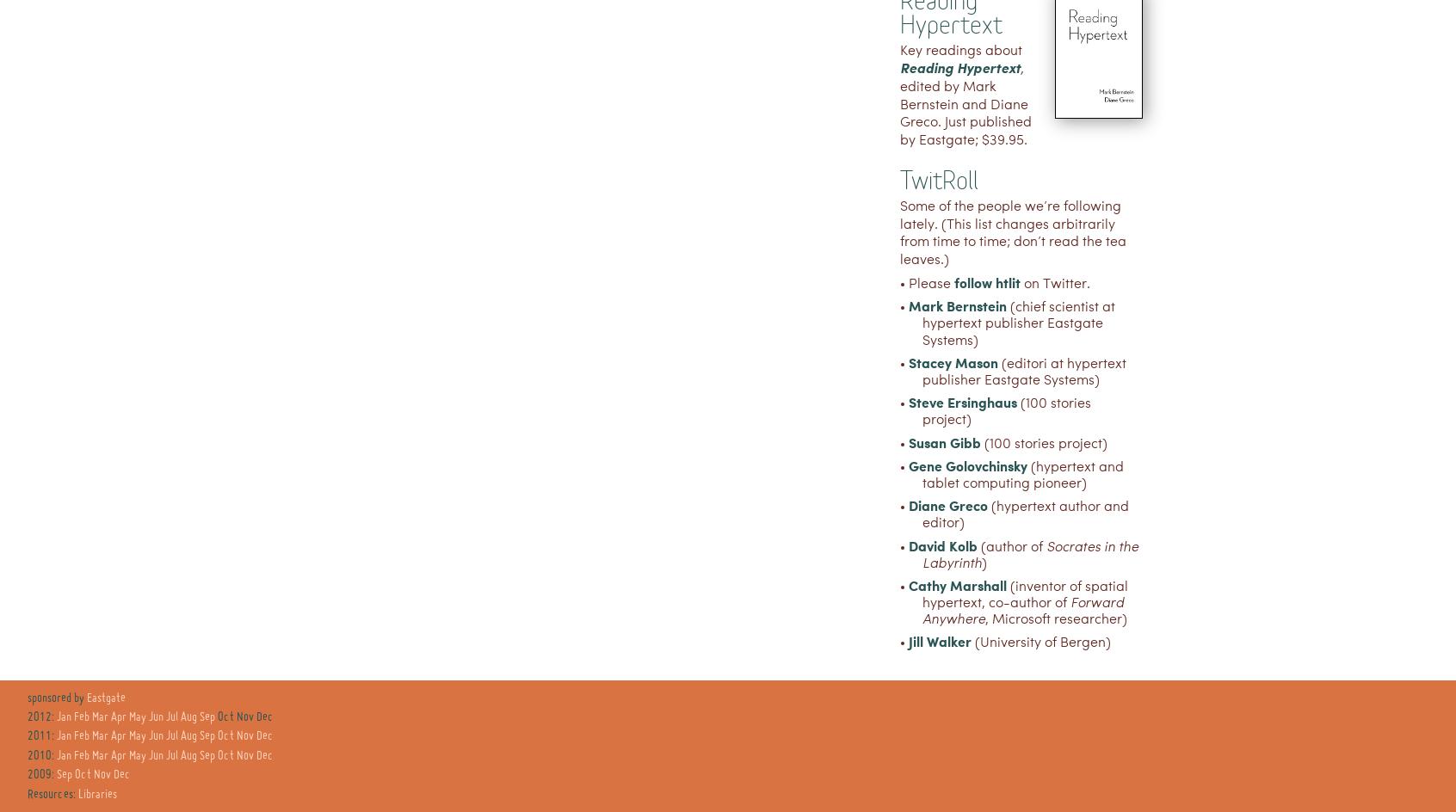 The image size is (1456, 812). What do you see at coordinates (1021, 474) in the screenshot?
I see `'(hypertext and tablet computing pioneer)'` at bounding box center [1021, 474].